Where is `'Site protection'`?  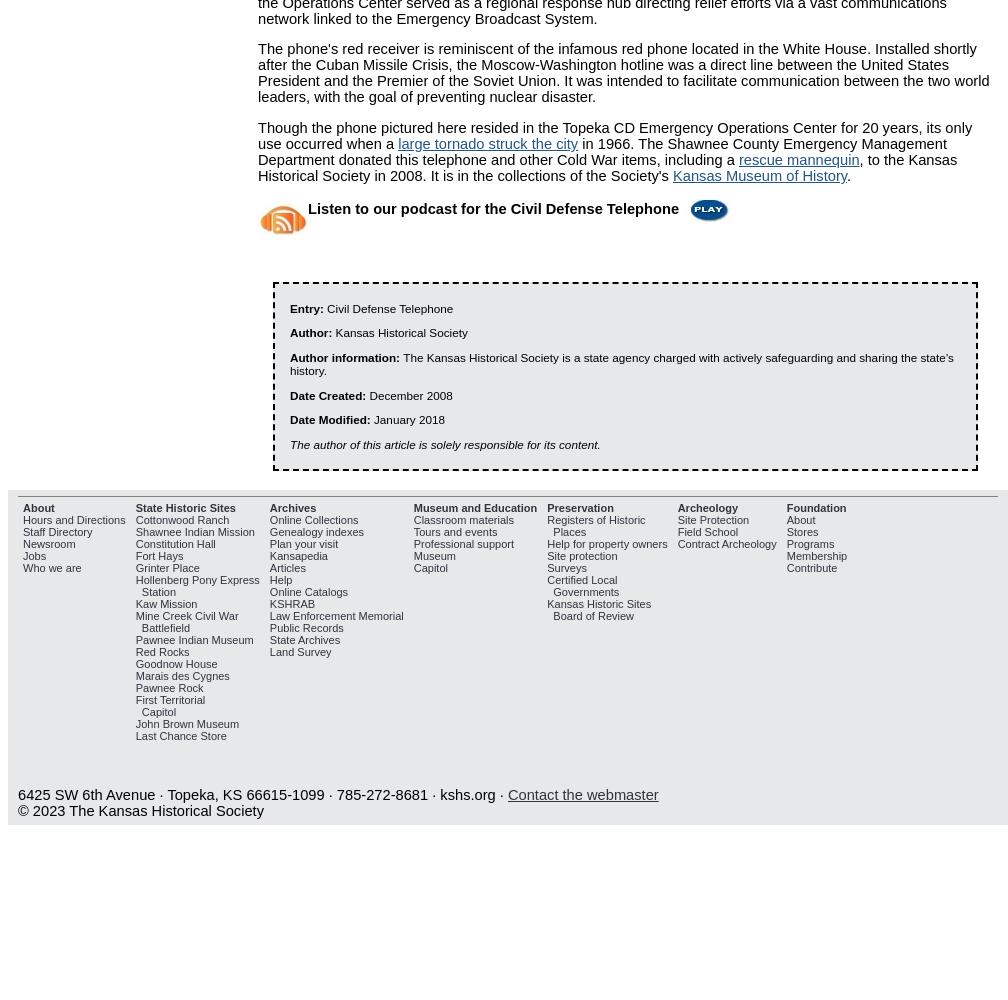 'Site protection' is located at coordinates (582, 555).